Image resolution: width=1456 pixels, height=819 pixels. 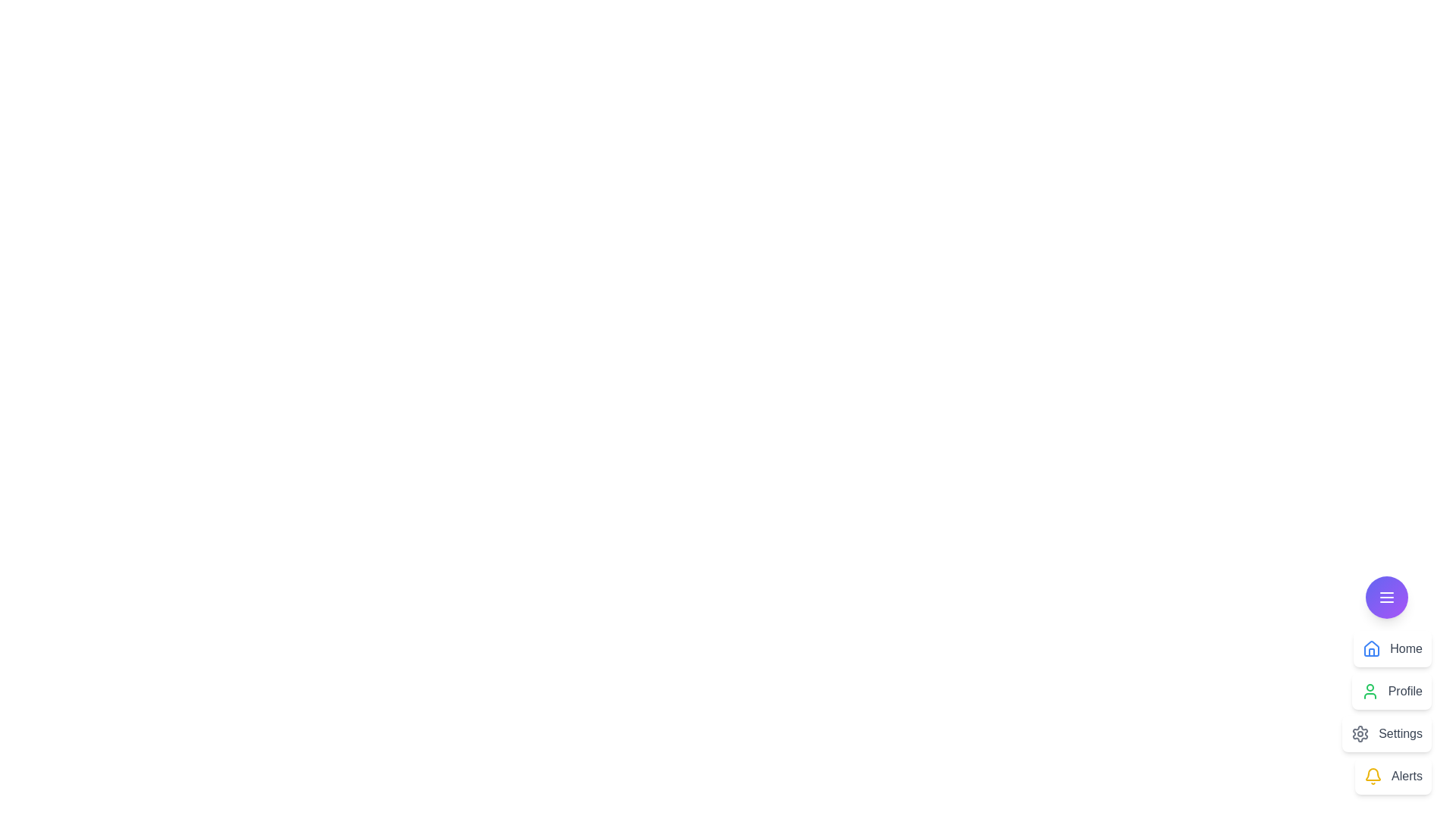 What do you see at coordinates (1392, 648) in the screenshot?
I see `the menu item Home from the speed dial menu` at bounding box center [1392, 648].